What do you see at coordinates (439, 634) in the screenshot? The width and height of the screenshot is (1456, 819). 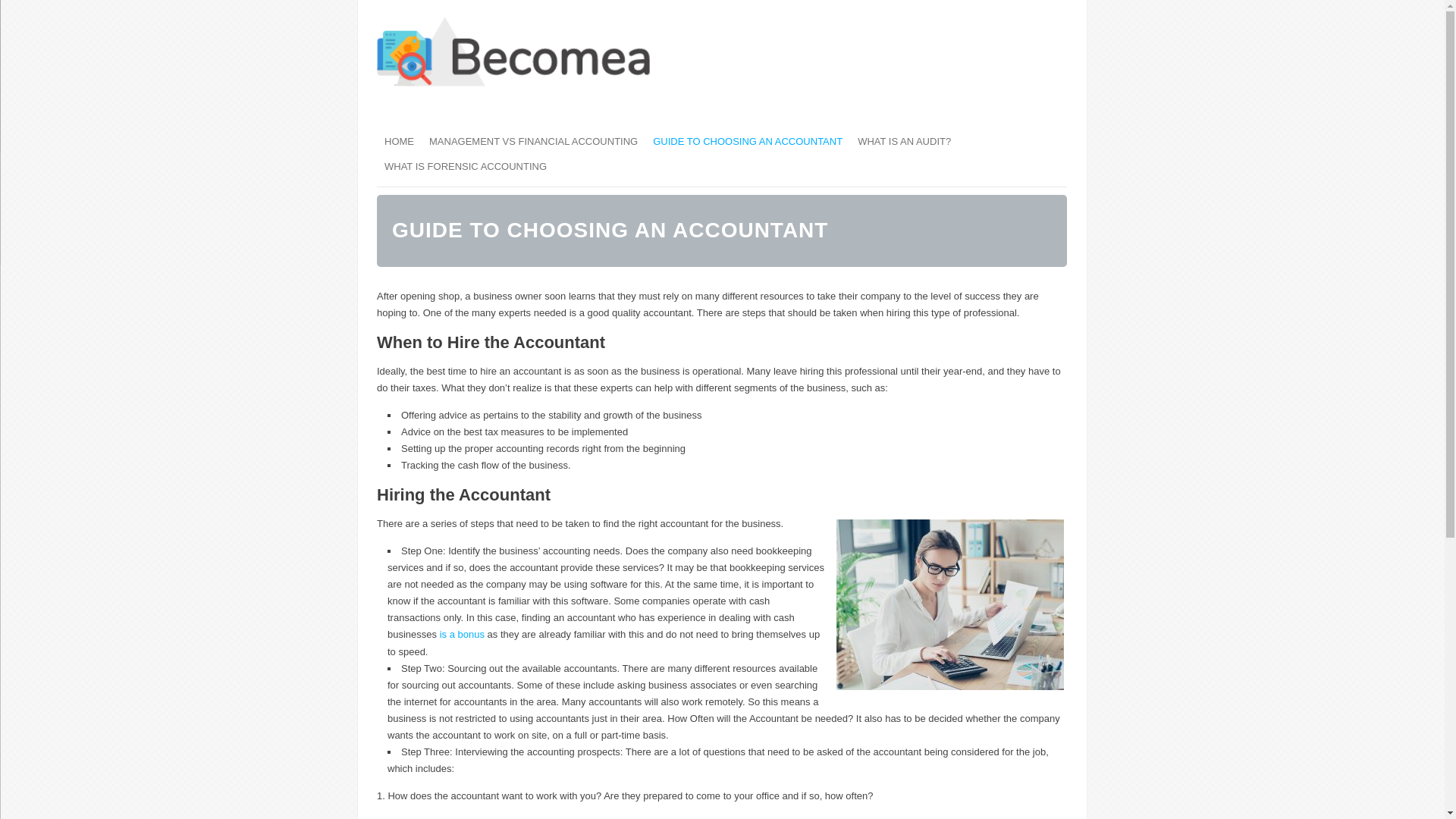 I see `'is a bonus'` at bounding box center [439, 634].